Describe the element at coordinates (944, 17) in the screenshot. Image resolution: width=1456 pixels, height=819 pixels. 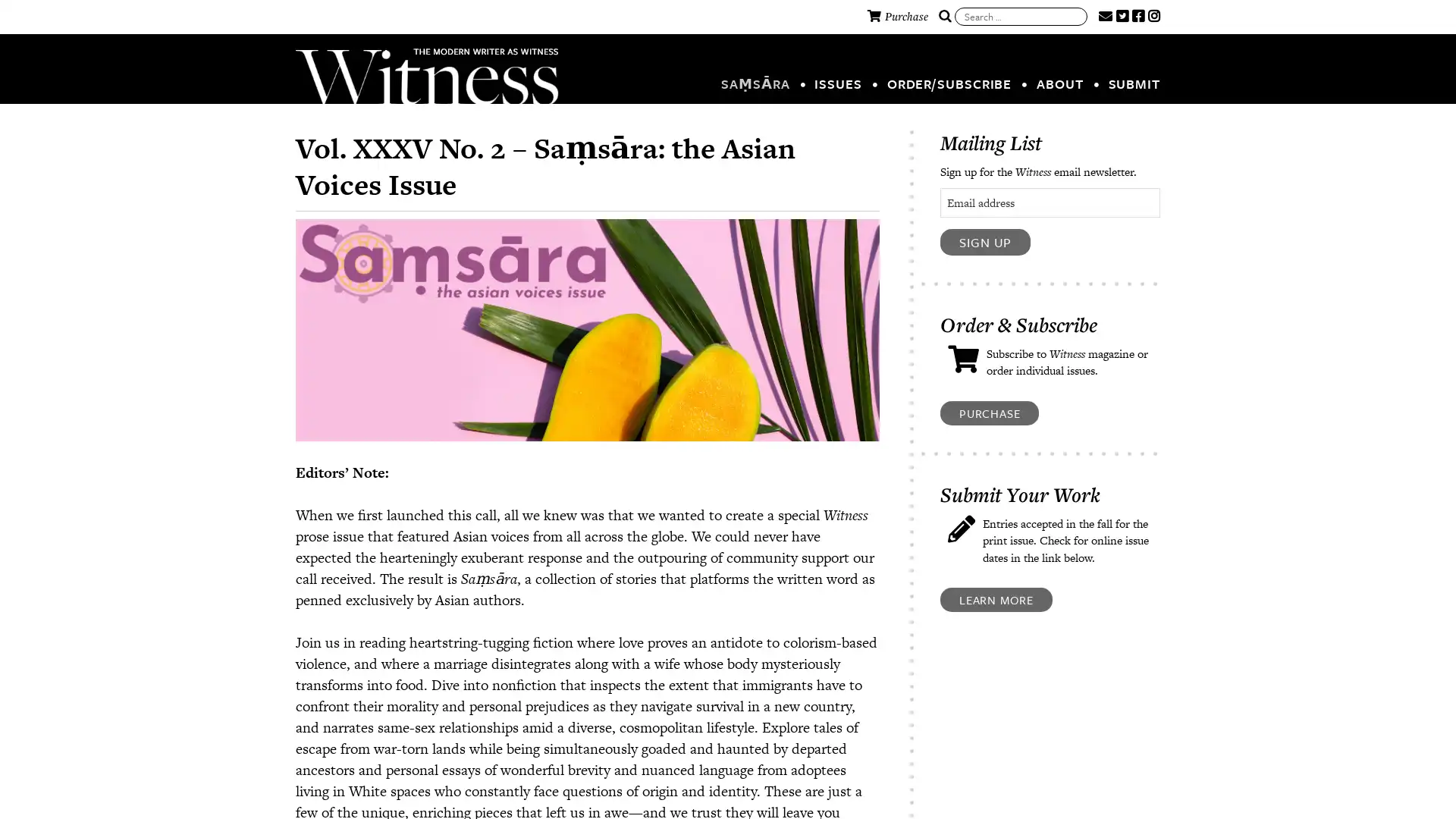
I see `Search` at that location.